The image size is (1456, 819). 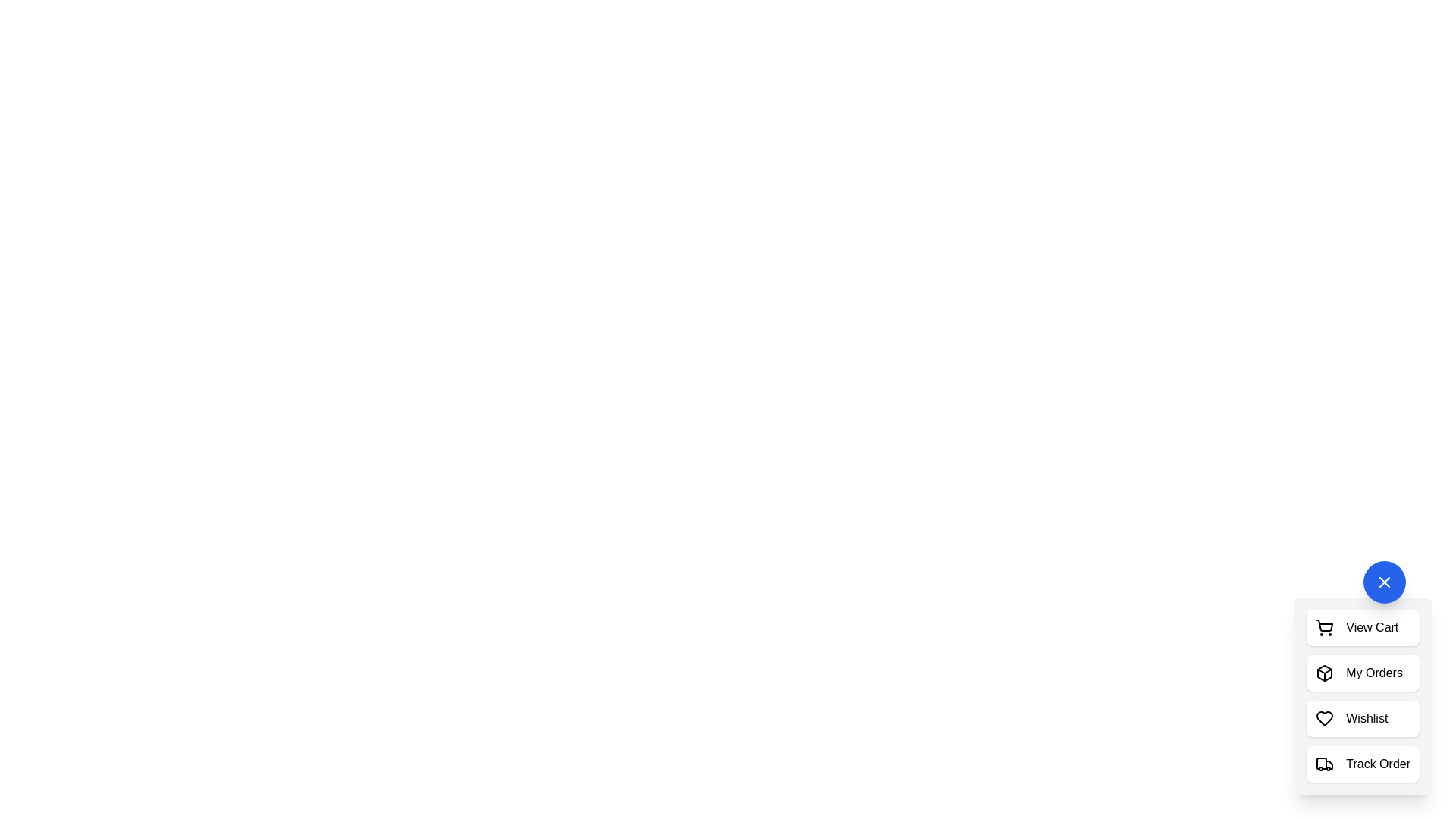 What do you see at coordinates (1363, 718) in the screenshot?
I see `the 'Wishlist' button` at bounding box center [1363, 718].